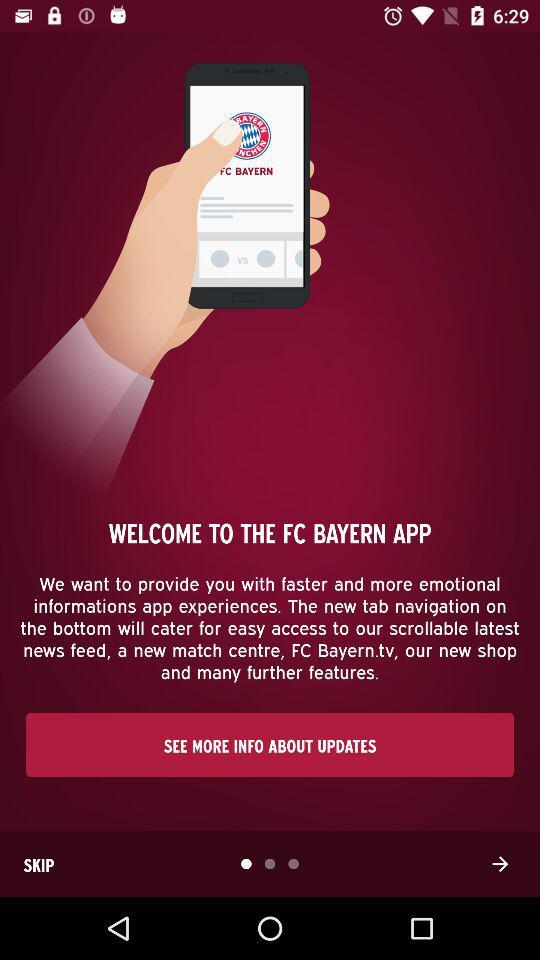  Describe the element at coordinates (499, 863) in the screenshot. I see `the icon at the bottom right corner` at that location.